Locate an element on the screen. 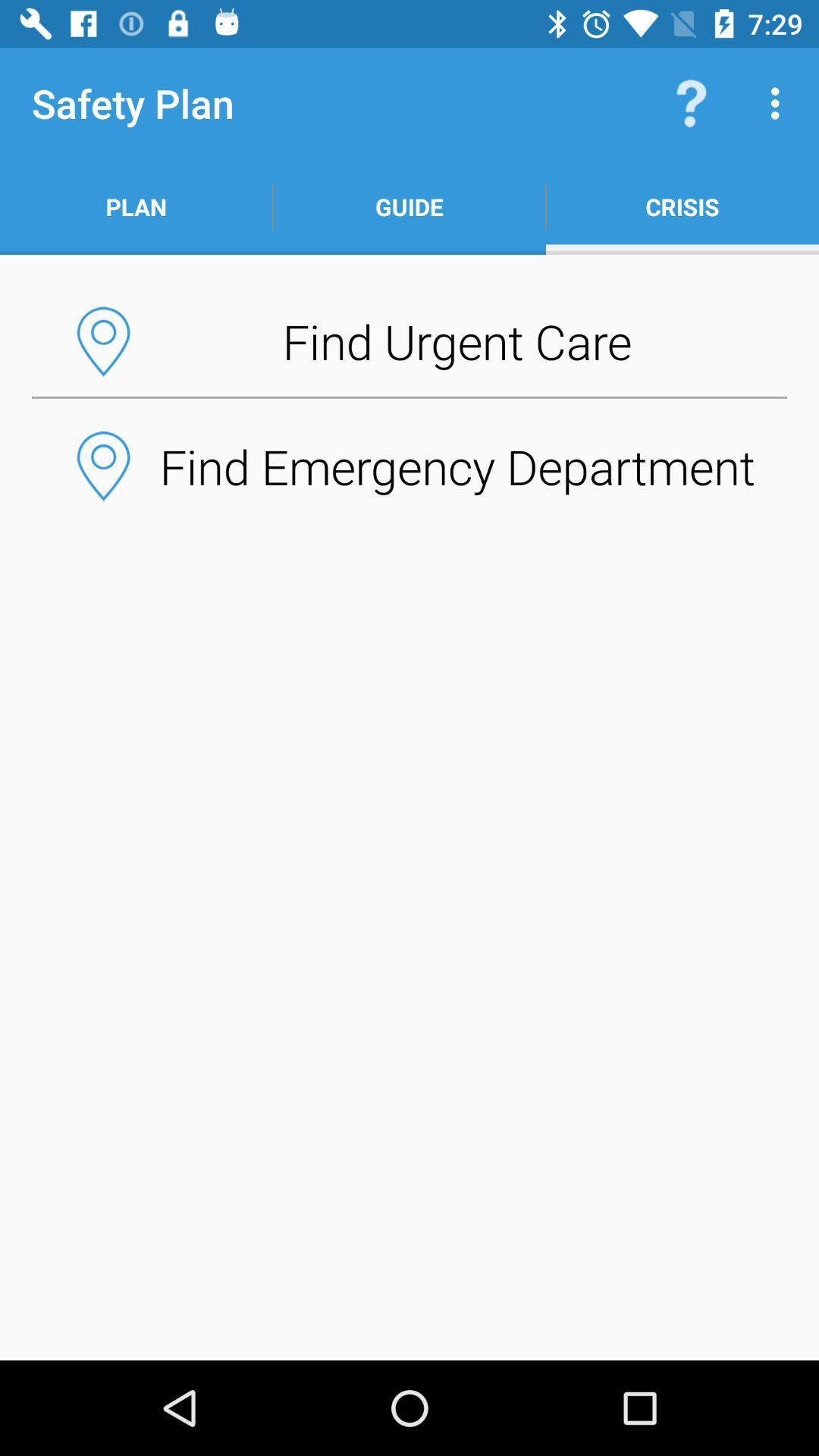 This screenshot has width=819, height=1456. guide is located at coordinates (409, 206).